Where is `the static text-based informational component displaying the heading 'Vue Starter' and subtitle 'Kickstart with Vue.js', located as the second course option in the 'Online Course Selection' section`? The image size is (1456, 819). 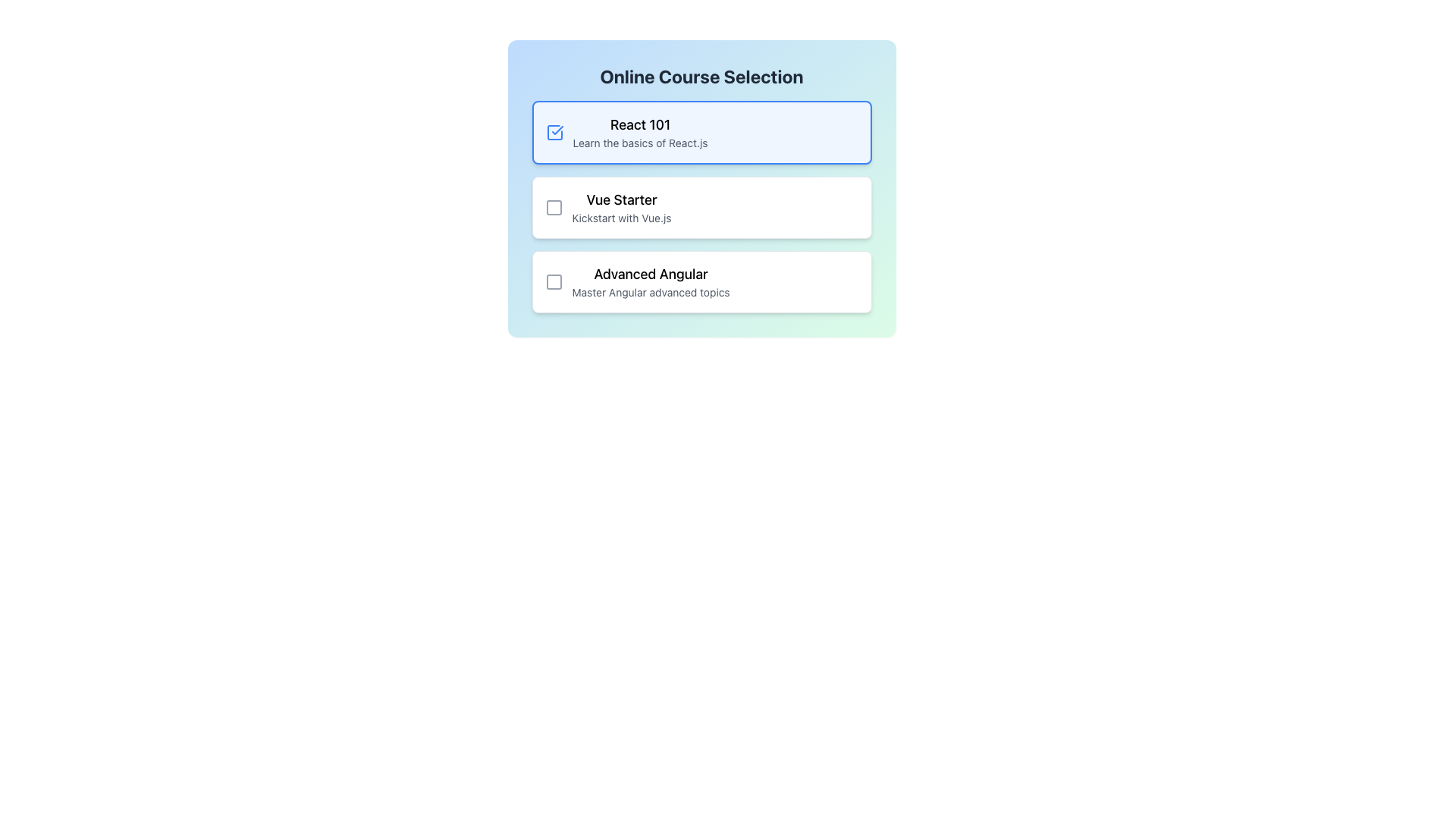
the static text-based informational component displaying the heading 'Vue Starter' and subtitle 'Kickstart with Vue.js', located as the second course option in the 'Online Course Selection' section is located at coordinates (622, 207).